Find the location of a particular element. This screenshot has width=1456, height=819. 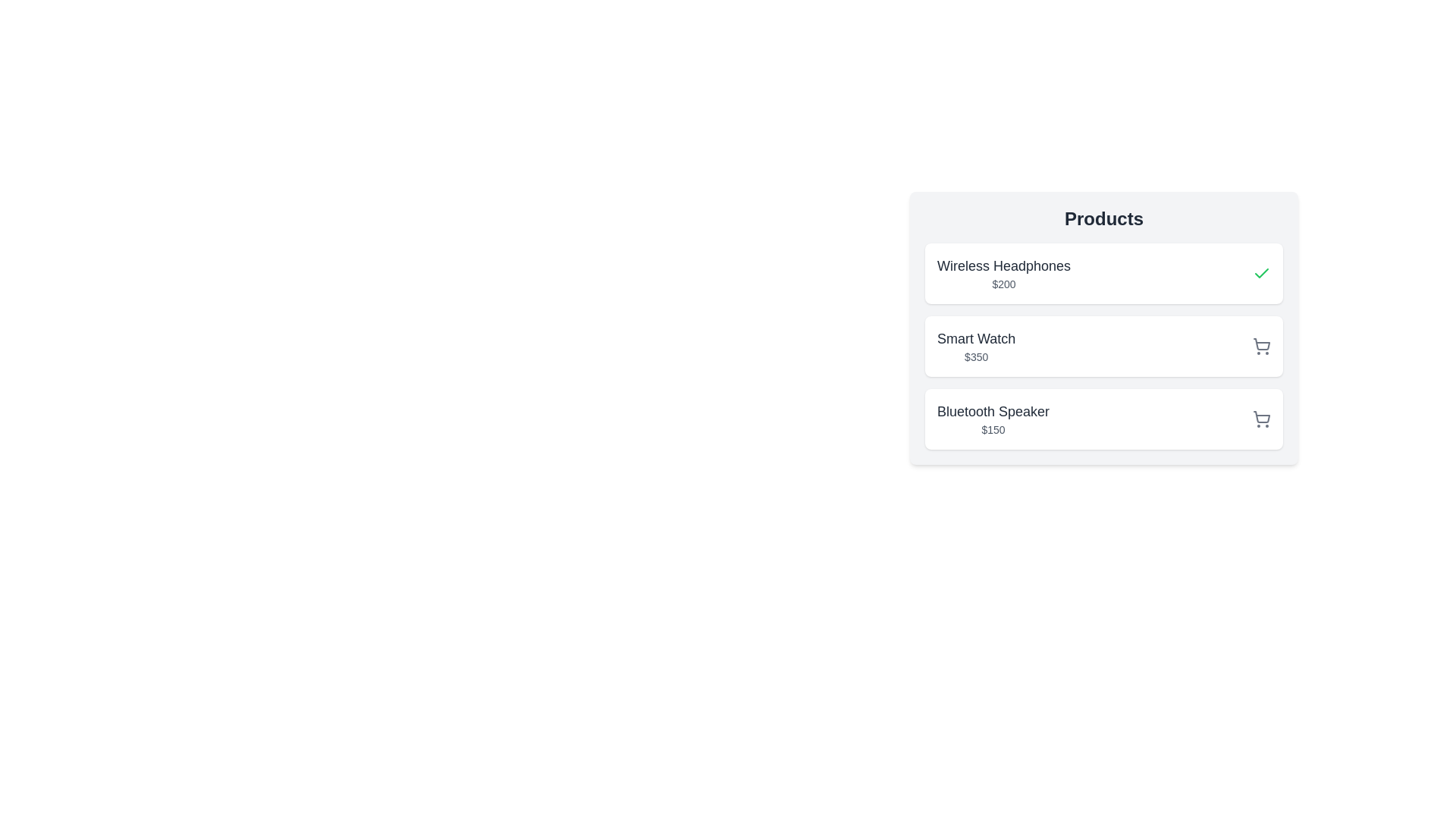

the Text Label displaying 'Wireless Headphones', which is located at the top of the 'Products' section, above the '$200' text is located at coordinates (1004, 265).